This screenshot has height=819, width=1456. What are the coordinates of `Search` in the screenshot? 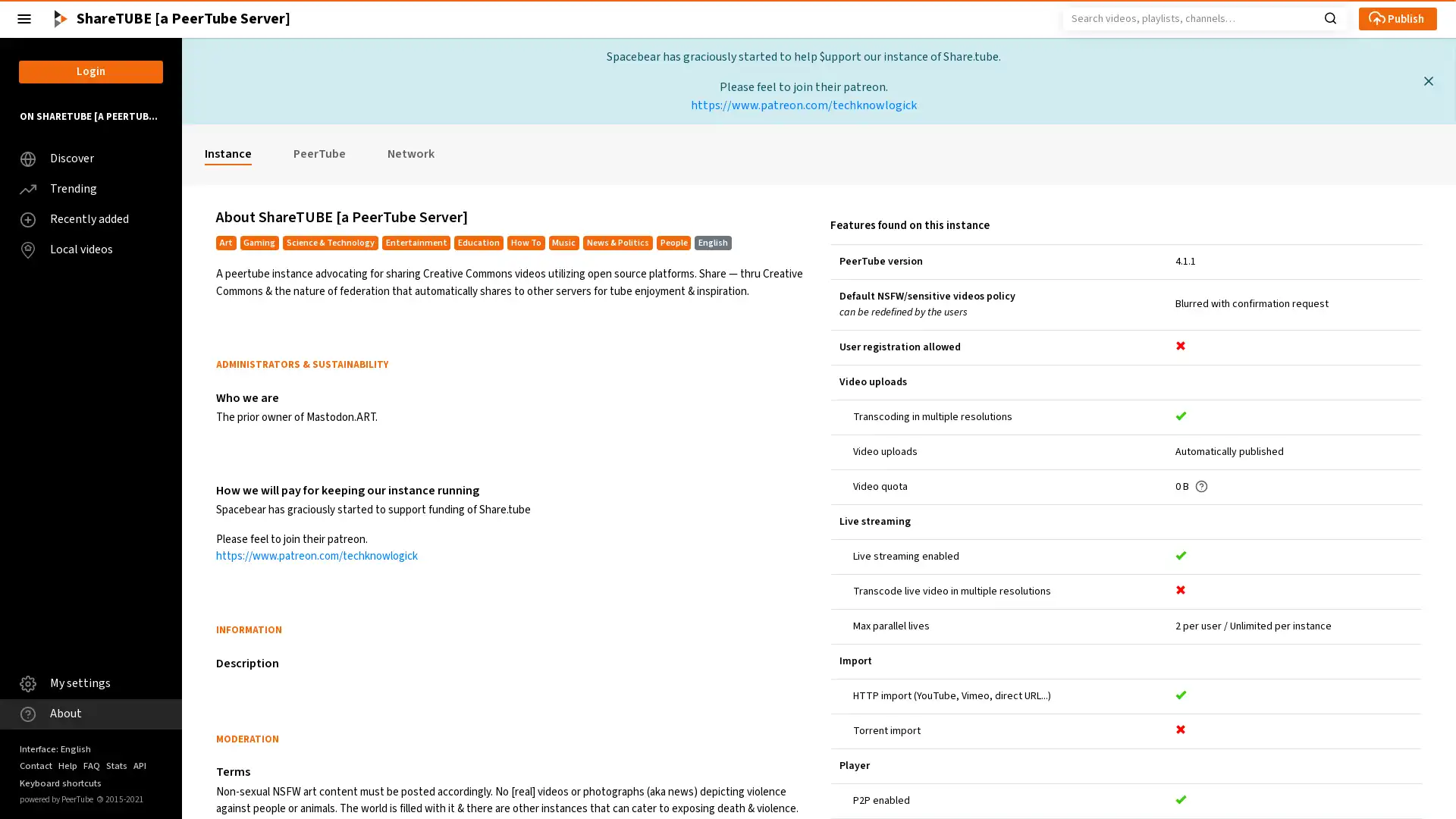 It's located at (1329, 17).